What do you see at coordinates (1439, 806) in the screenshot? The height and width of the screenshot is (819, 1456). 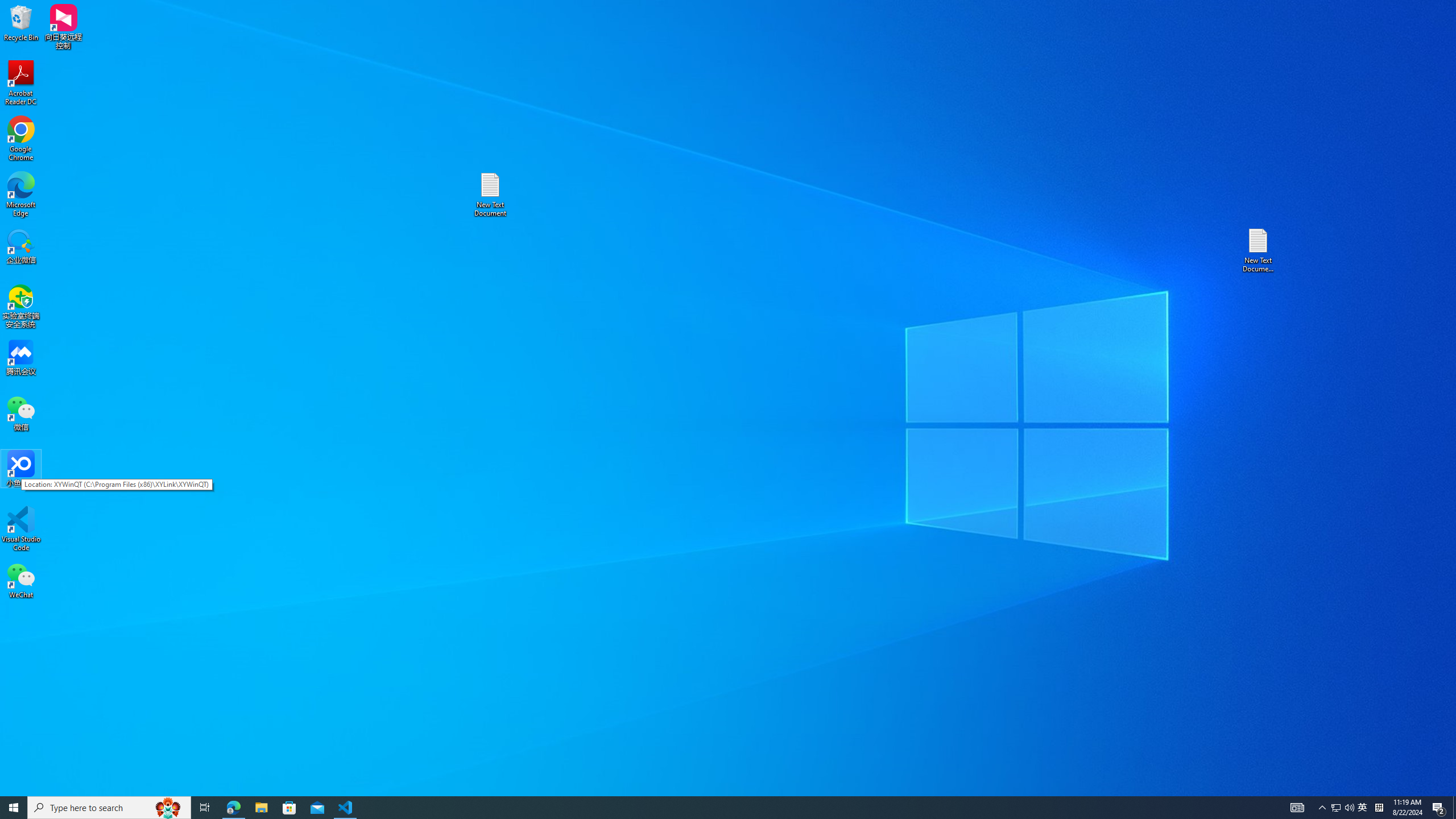 I see `'Action Center, 2 new notifications'` at bounding box center [1439, 806].